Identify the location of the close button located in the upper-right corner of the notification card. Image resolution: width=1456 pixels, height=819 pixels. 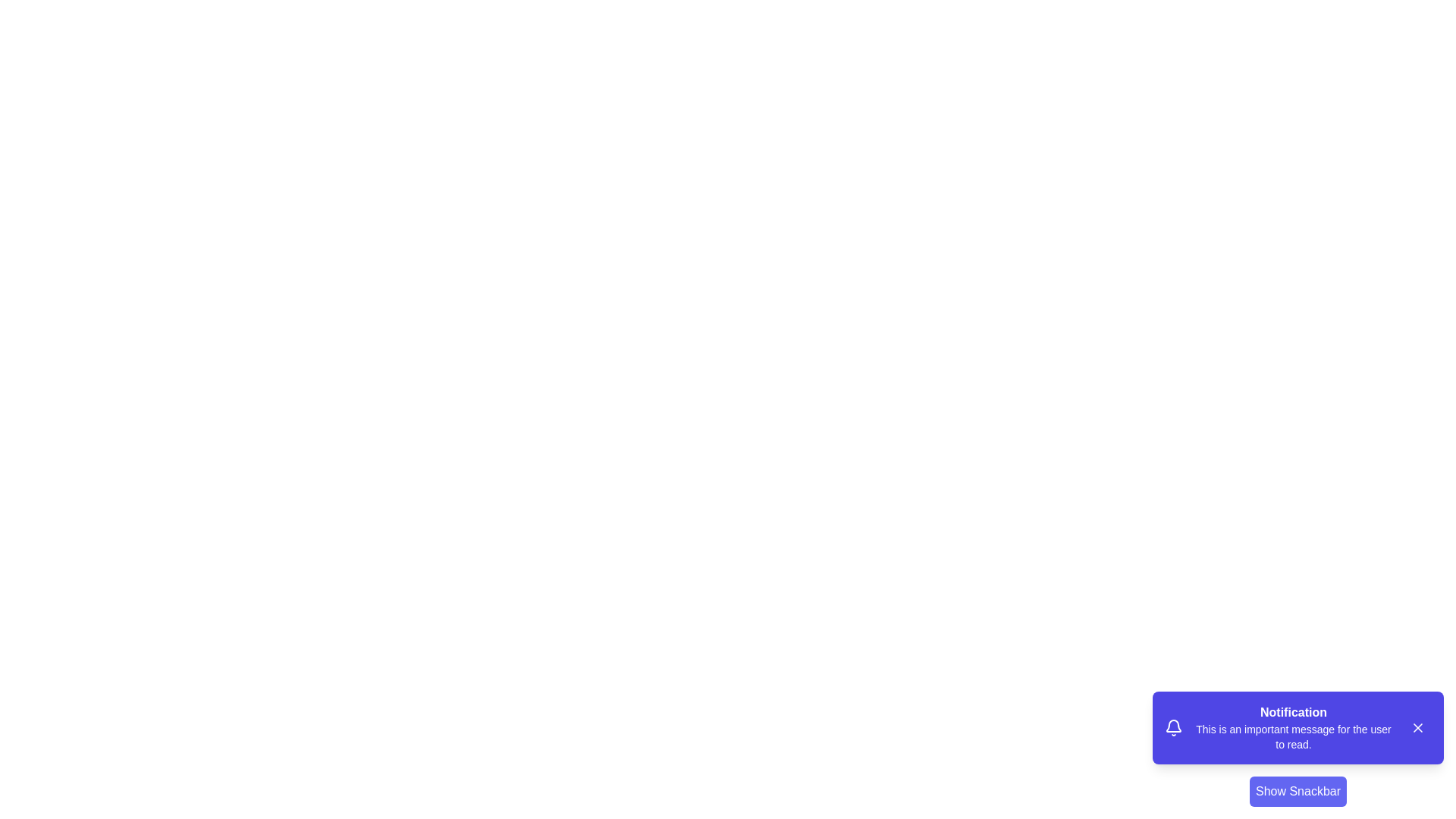
(1417, 727).